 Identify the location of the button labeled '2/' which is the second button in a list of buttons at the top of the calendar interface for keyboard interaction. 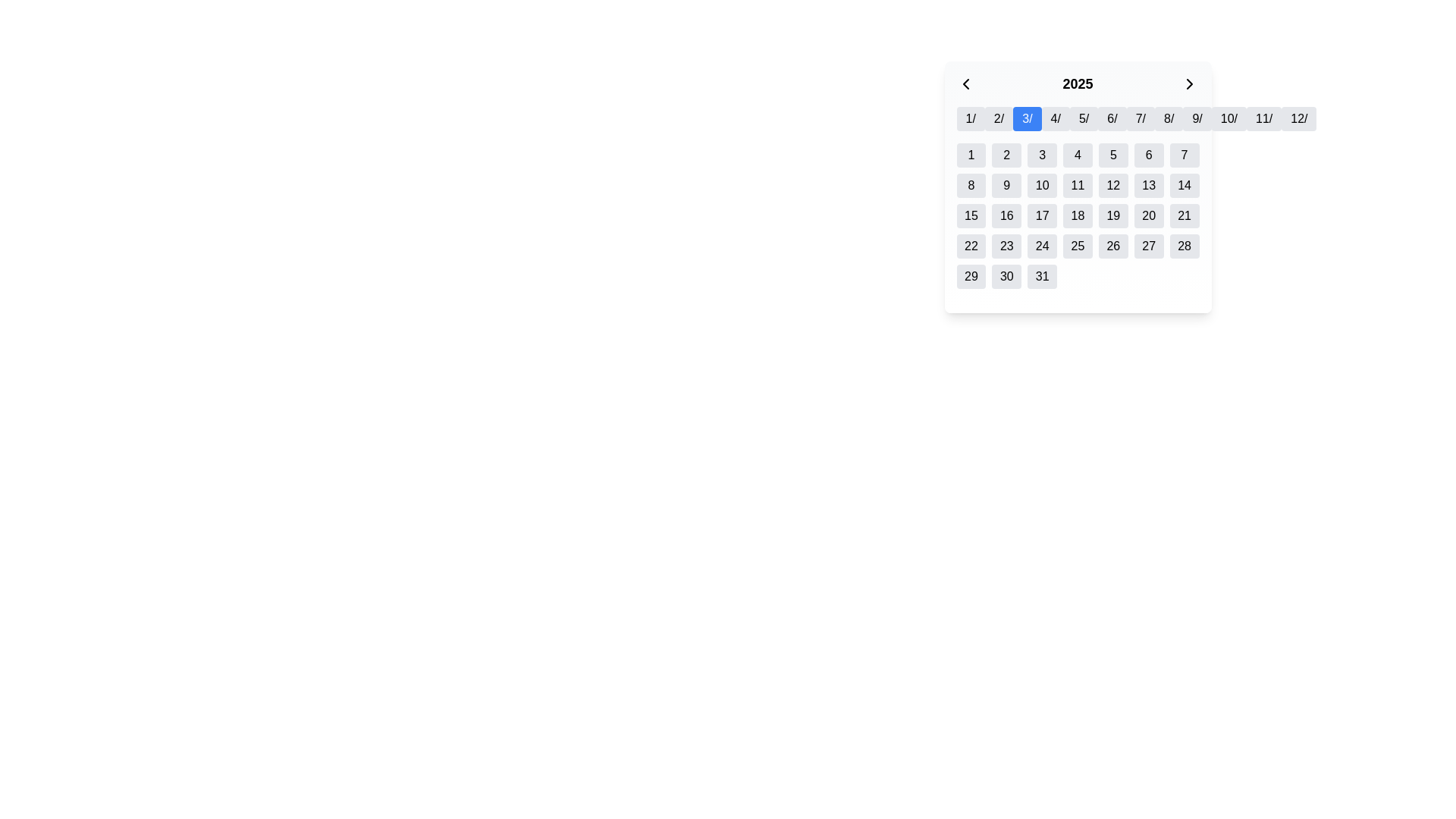
(999, 118).